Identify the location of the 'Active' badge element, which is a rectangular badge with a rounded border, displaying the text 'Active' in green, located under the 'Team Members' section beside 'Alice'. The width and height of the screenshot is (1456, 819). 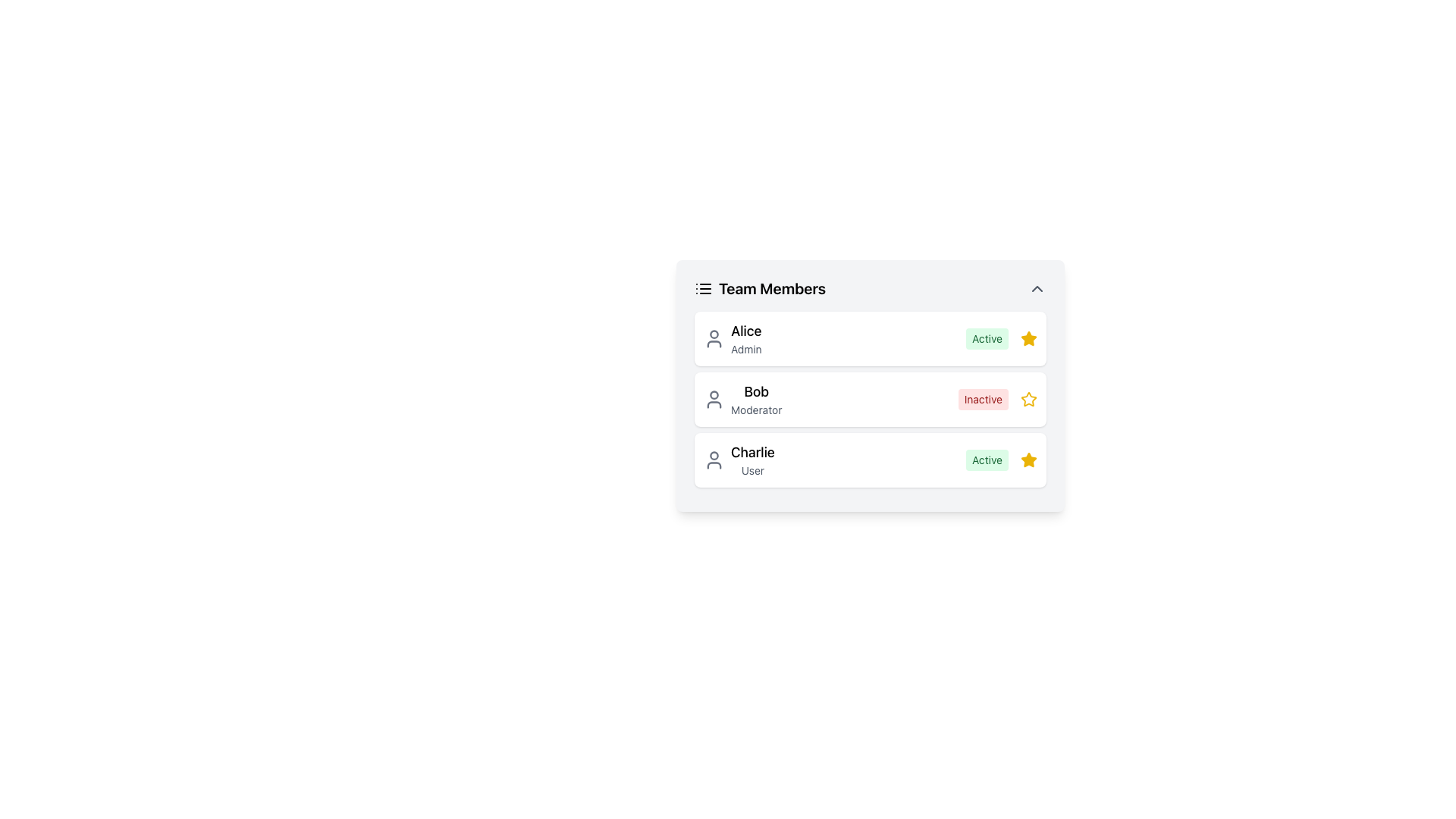
(987, 338).